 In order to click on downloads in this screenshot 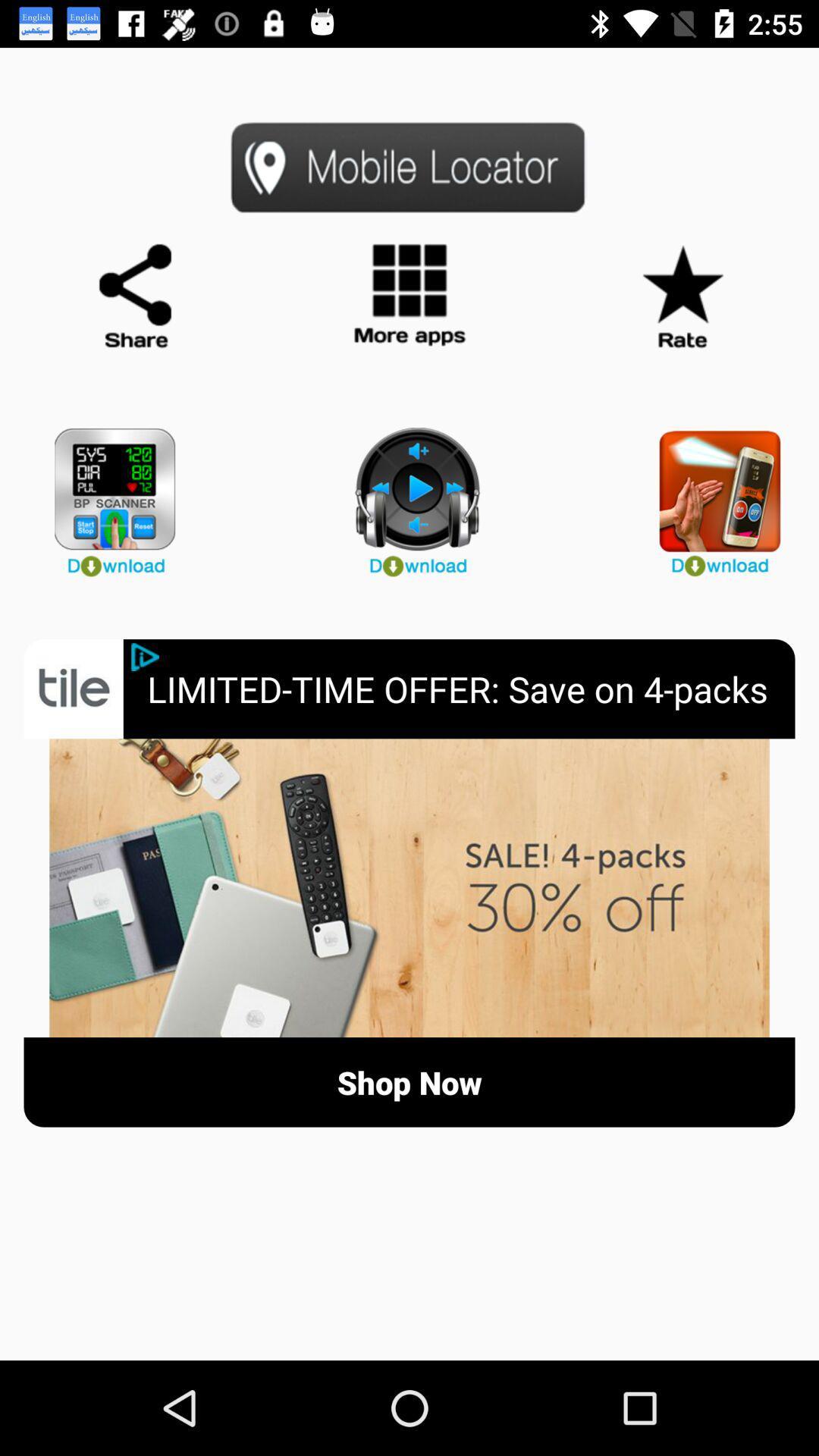, I will do `click(409, 495)`.